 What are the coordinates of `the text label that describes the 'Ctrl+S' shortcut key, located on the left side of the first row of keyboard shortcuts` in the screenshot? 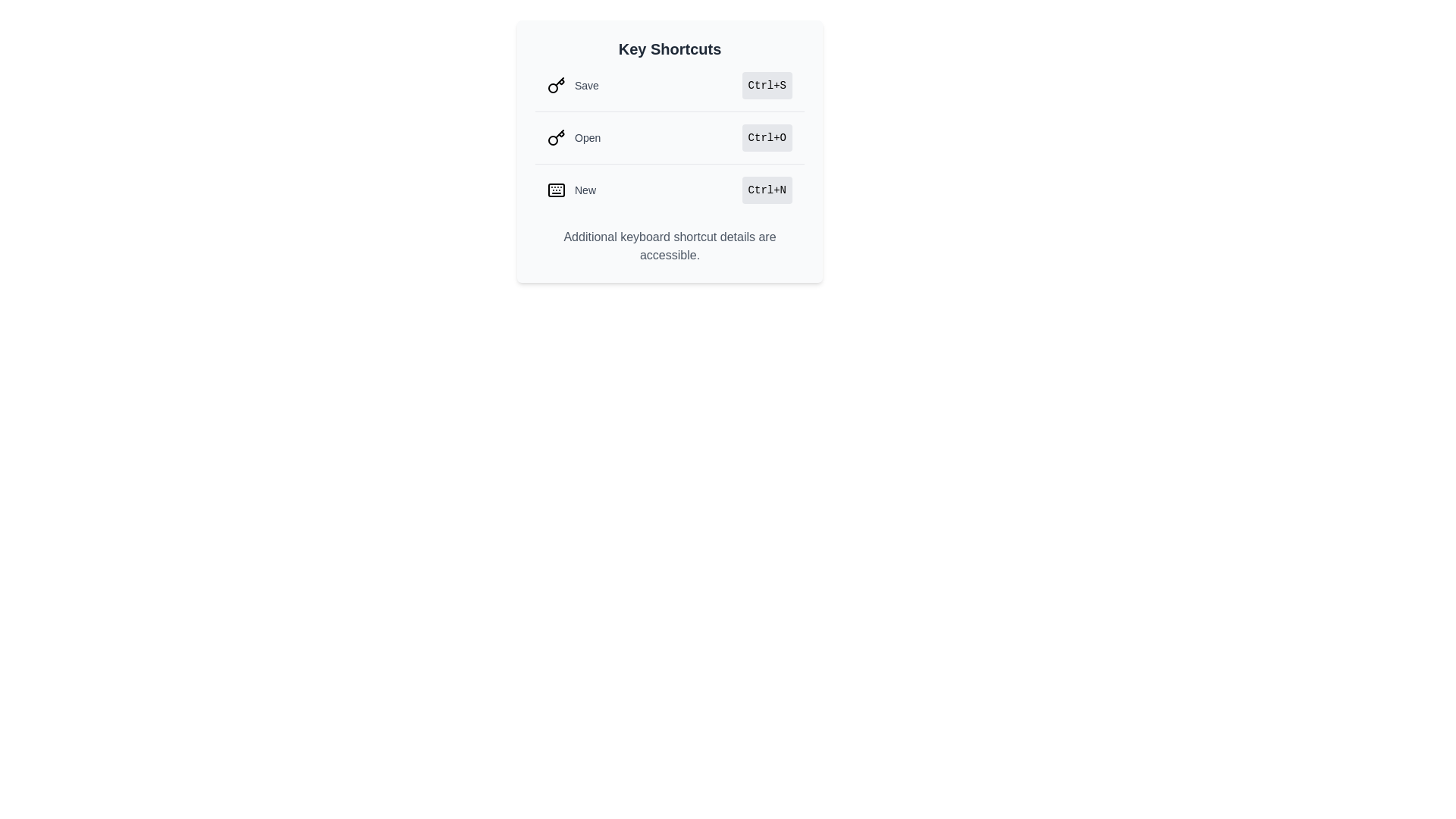 It's located at (585, 85).